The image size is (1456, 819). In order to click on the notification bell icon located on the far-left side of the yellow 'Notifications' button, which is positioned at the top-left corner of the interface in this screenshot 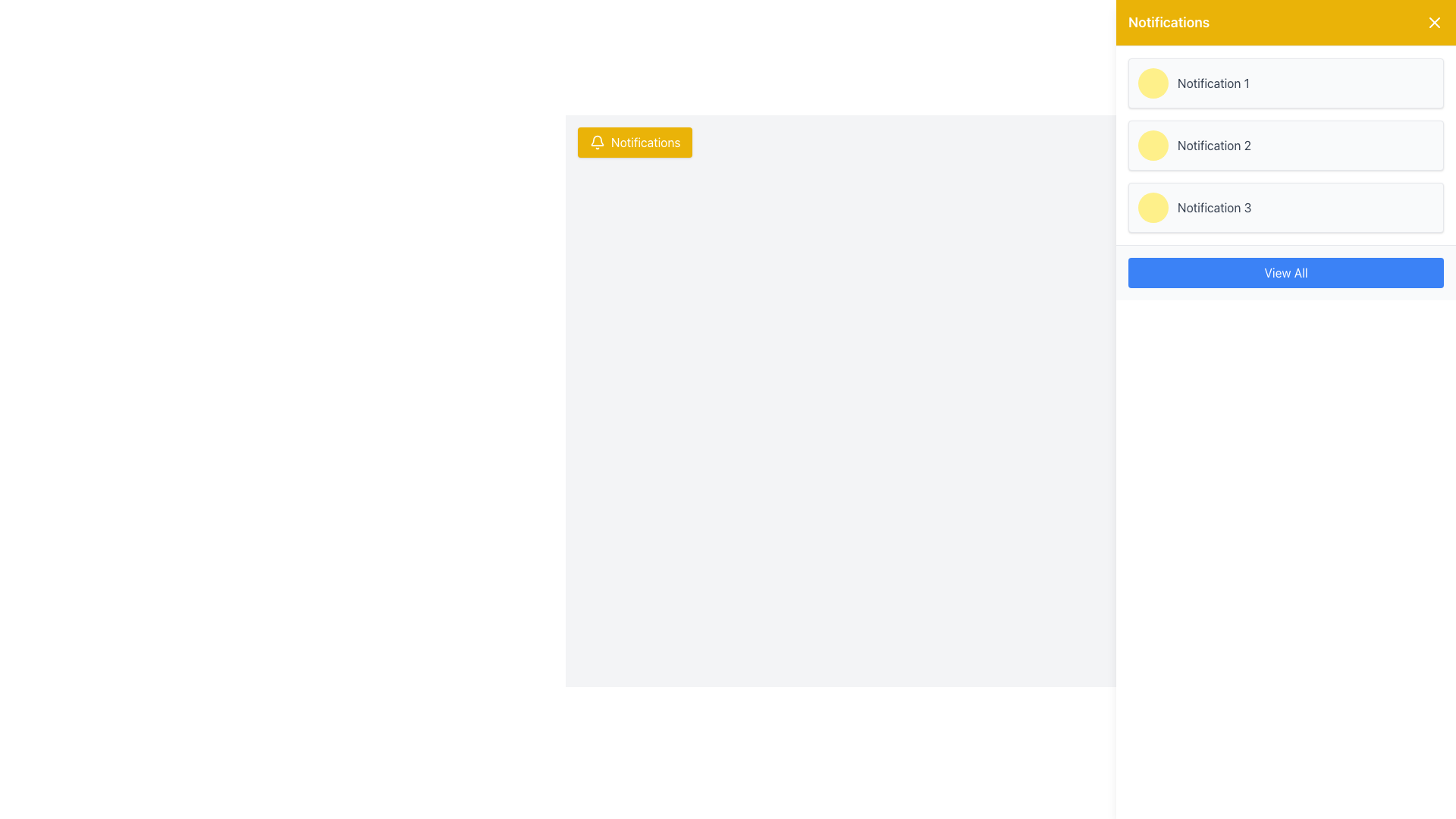, I will do `click(596, 143)`.